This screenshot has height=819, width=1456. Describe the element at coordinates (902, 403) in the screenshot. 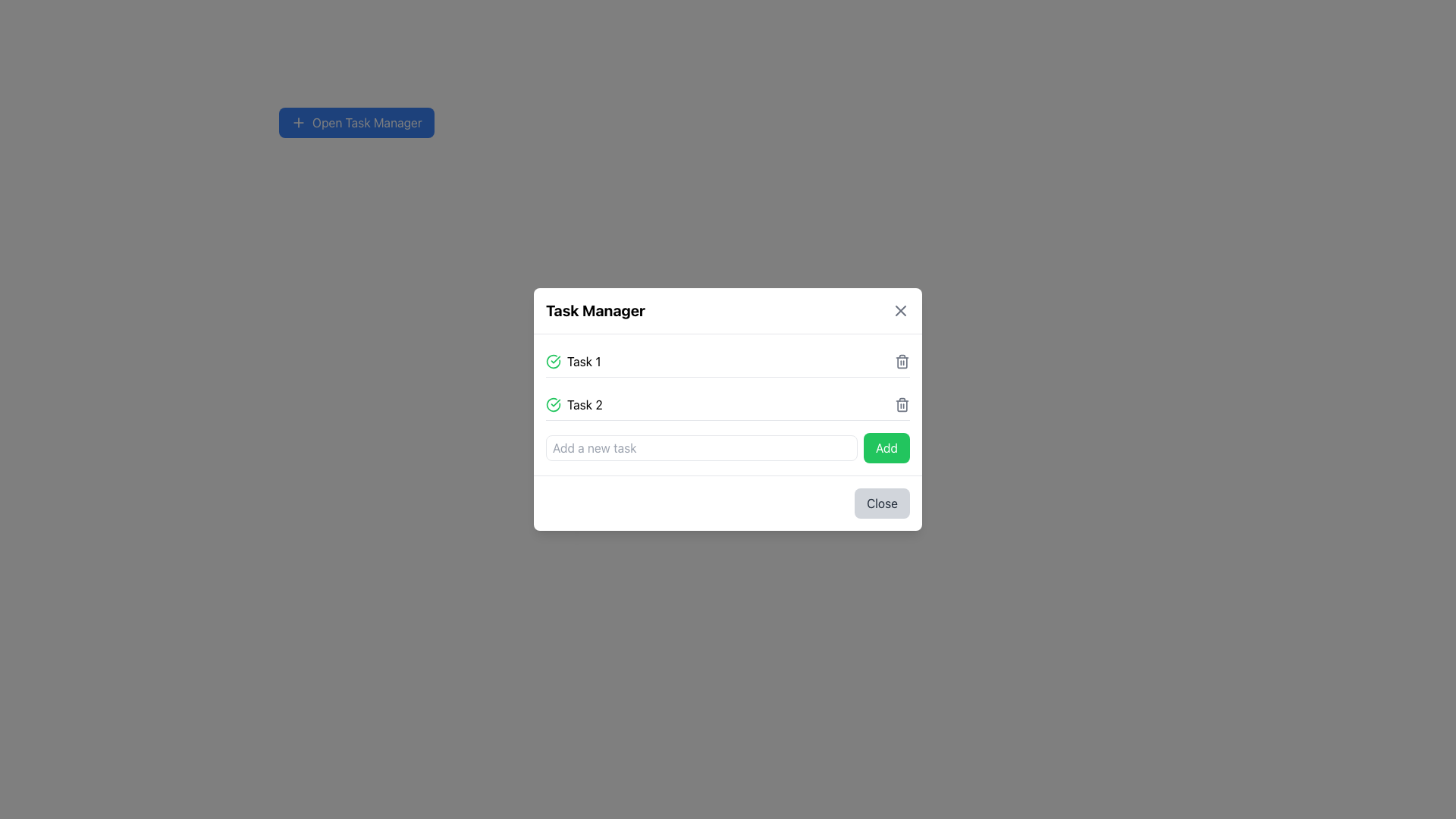

I see `the delete button for 'Task 2' in the 'Task Manager'` at that location.